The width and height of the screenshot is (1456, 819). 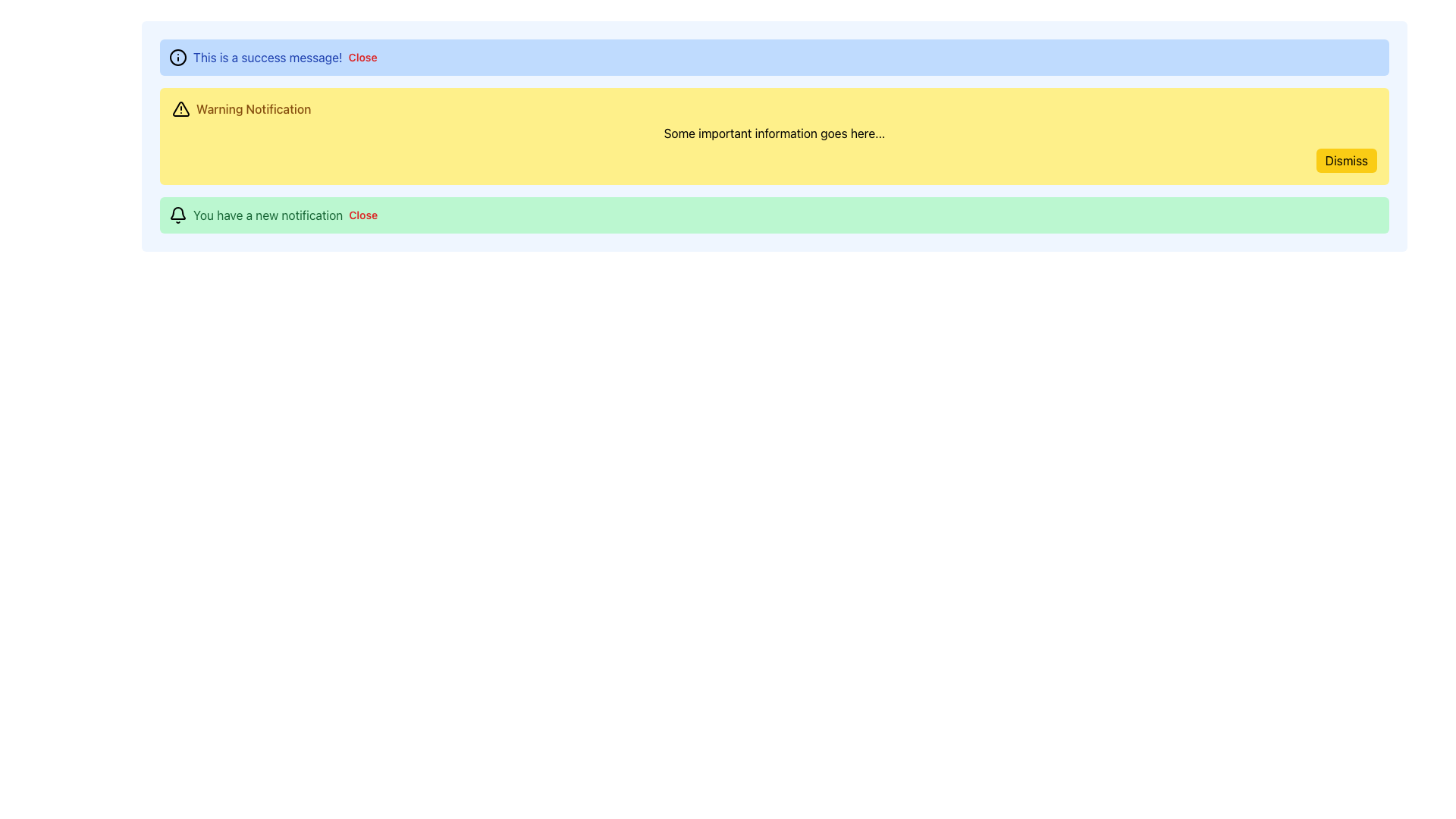 I want to click on the notification panel that displays 'This is a success message!' with a light blue background and a dismiss option, so click(x=774, y=57).